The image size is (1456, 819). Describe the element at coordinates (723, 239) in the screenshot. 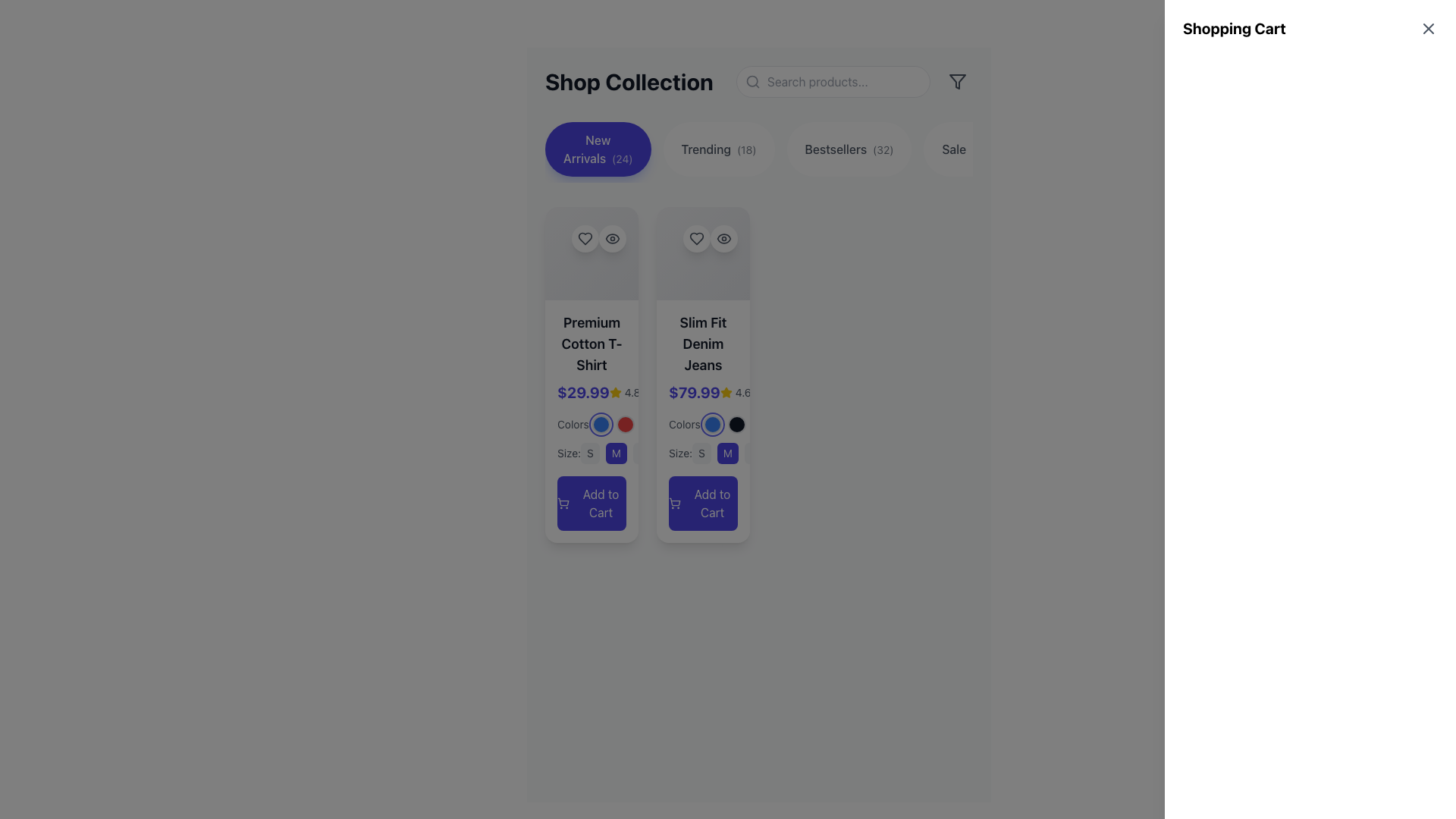

I see `the eye-shaped icon element representing visibility in the Slim Fit Denim Jeans section, located near the top-right of the product card` at that location.